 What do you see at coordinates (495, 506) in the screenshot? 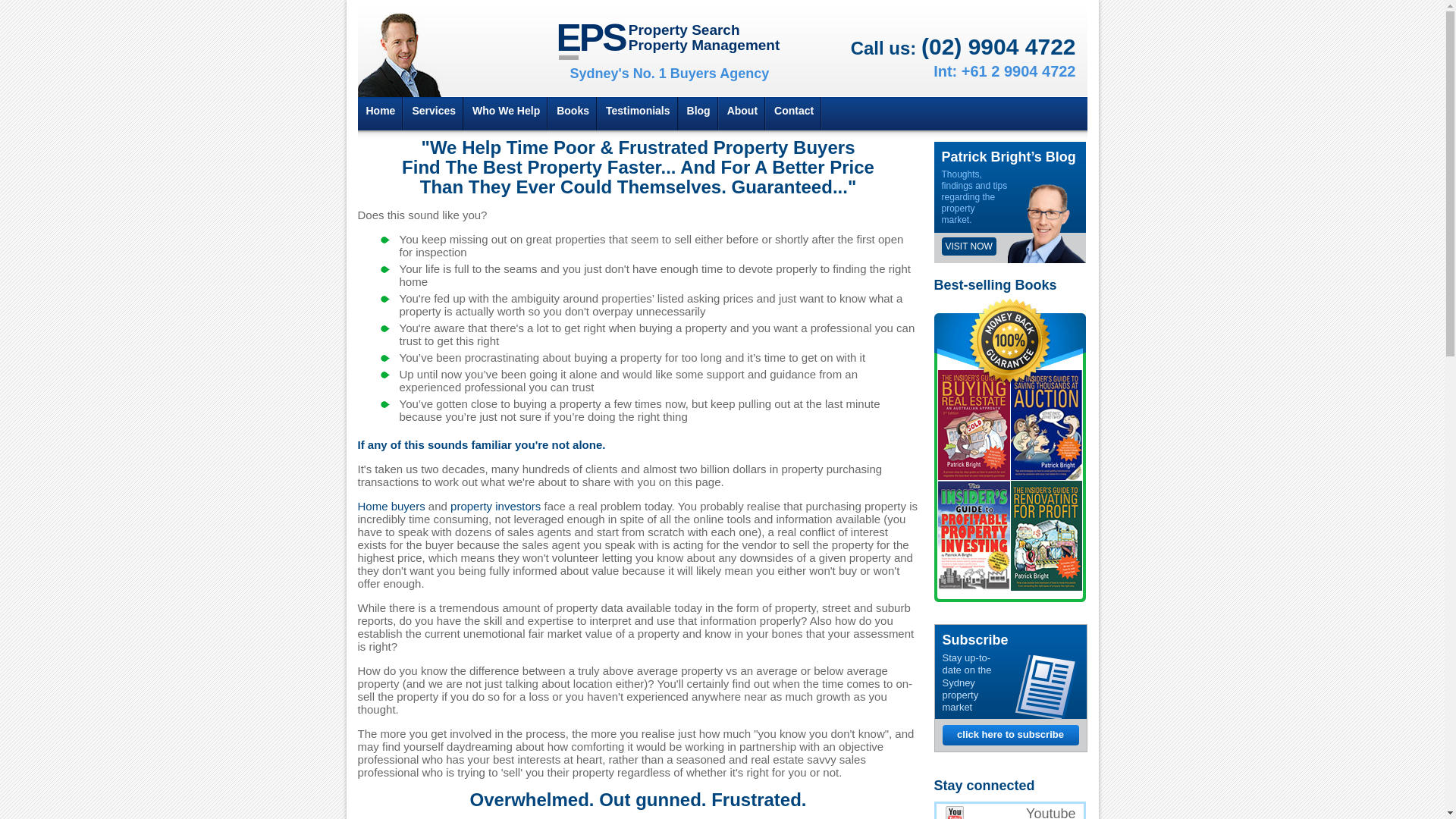
I see `'property investors'` at bounding box center [495, 506].